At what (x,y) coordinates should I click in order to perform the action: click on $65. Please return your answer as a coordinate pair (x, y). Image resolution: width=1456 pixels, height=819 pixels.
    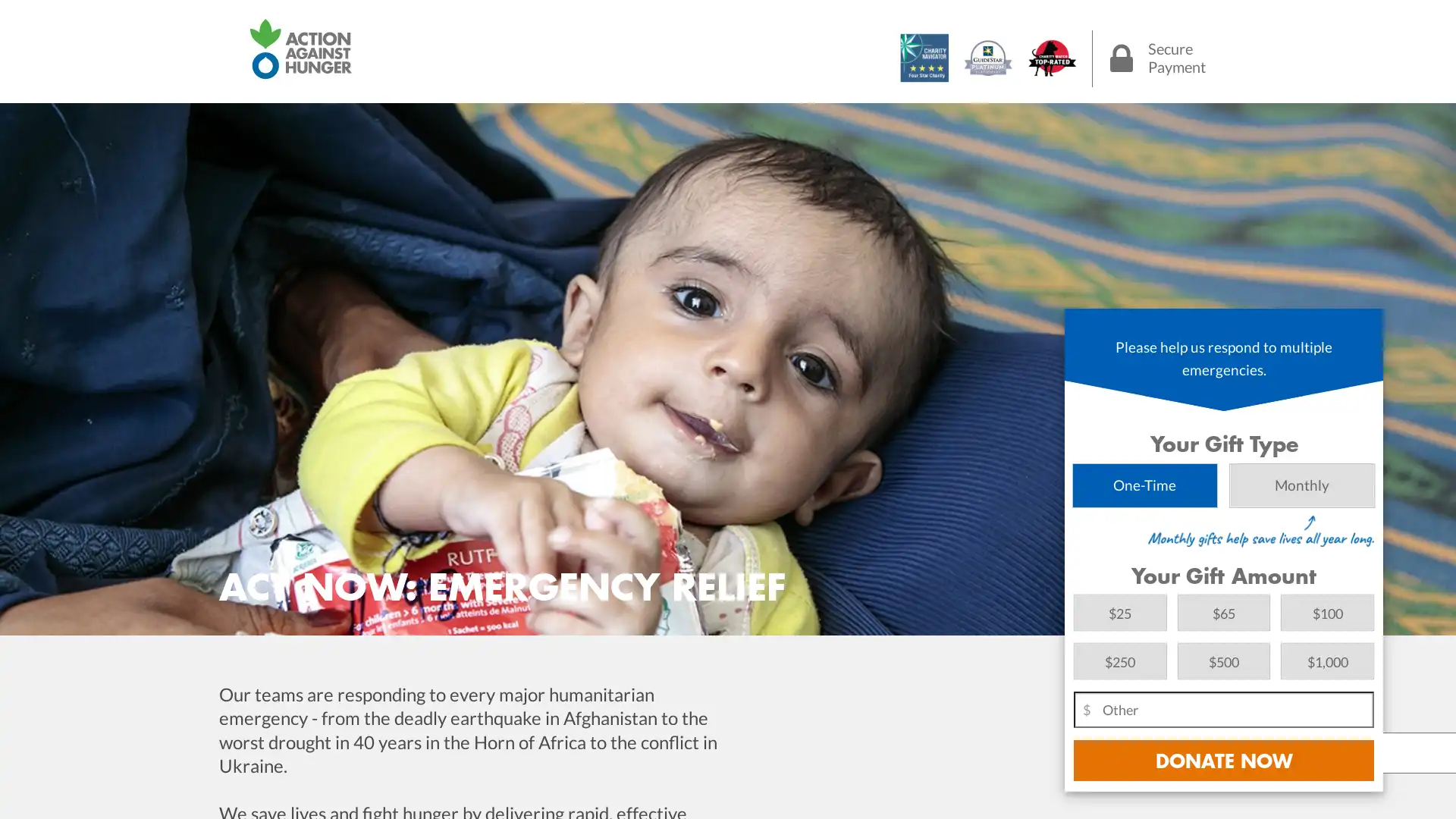
    Looking at the image, I should click on (1223, 611).